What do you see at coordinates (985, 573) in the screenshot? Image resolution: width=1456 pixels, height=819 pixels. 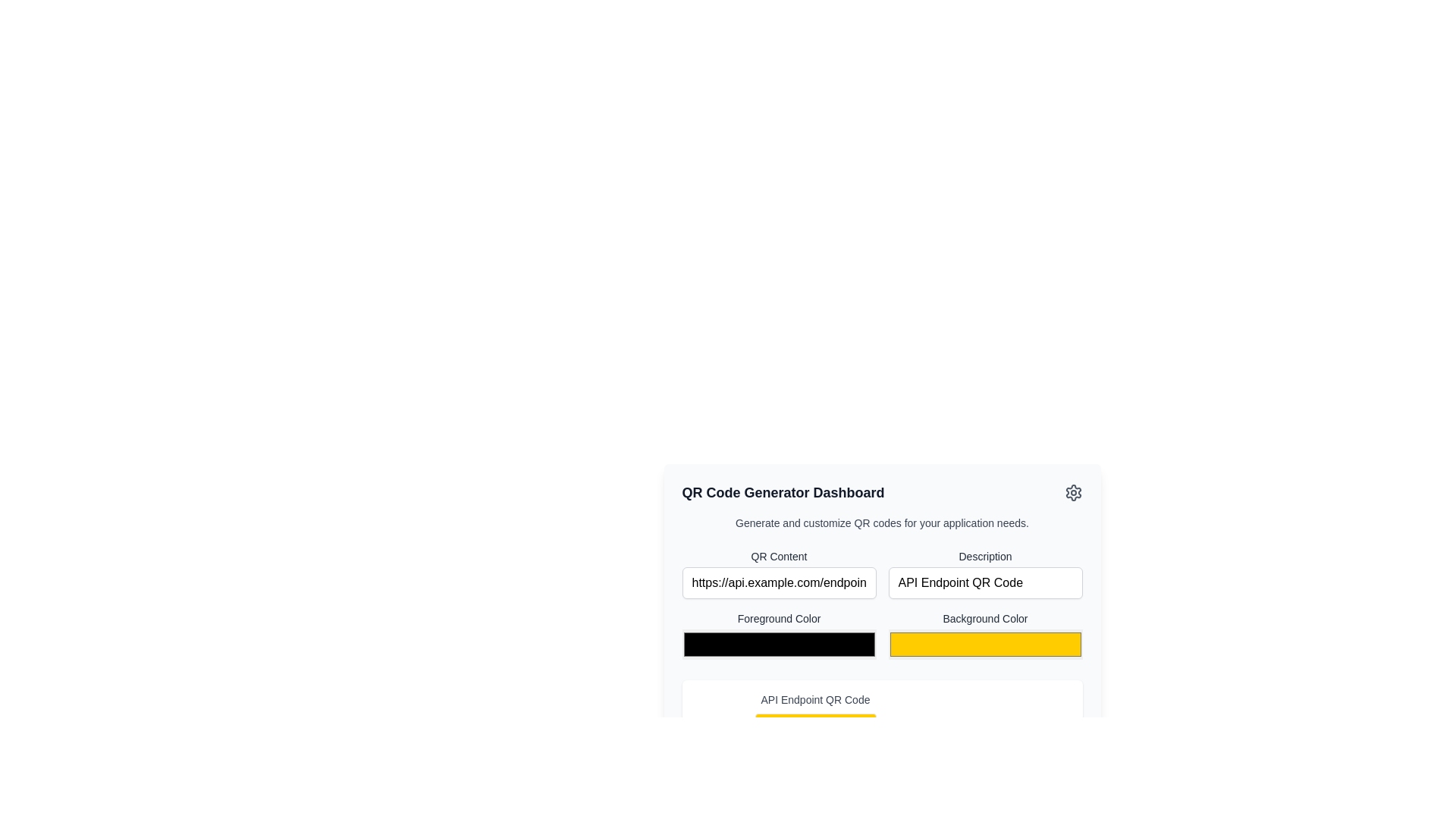 I see `the Text Input Field labeled 'API Endpoint QR Code' to focus on it` at bounding box center [985, 573].